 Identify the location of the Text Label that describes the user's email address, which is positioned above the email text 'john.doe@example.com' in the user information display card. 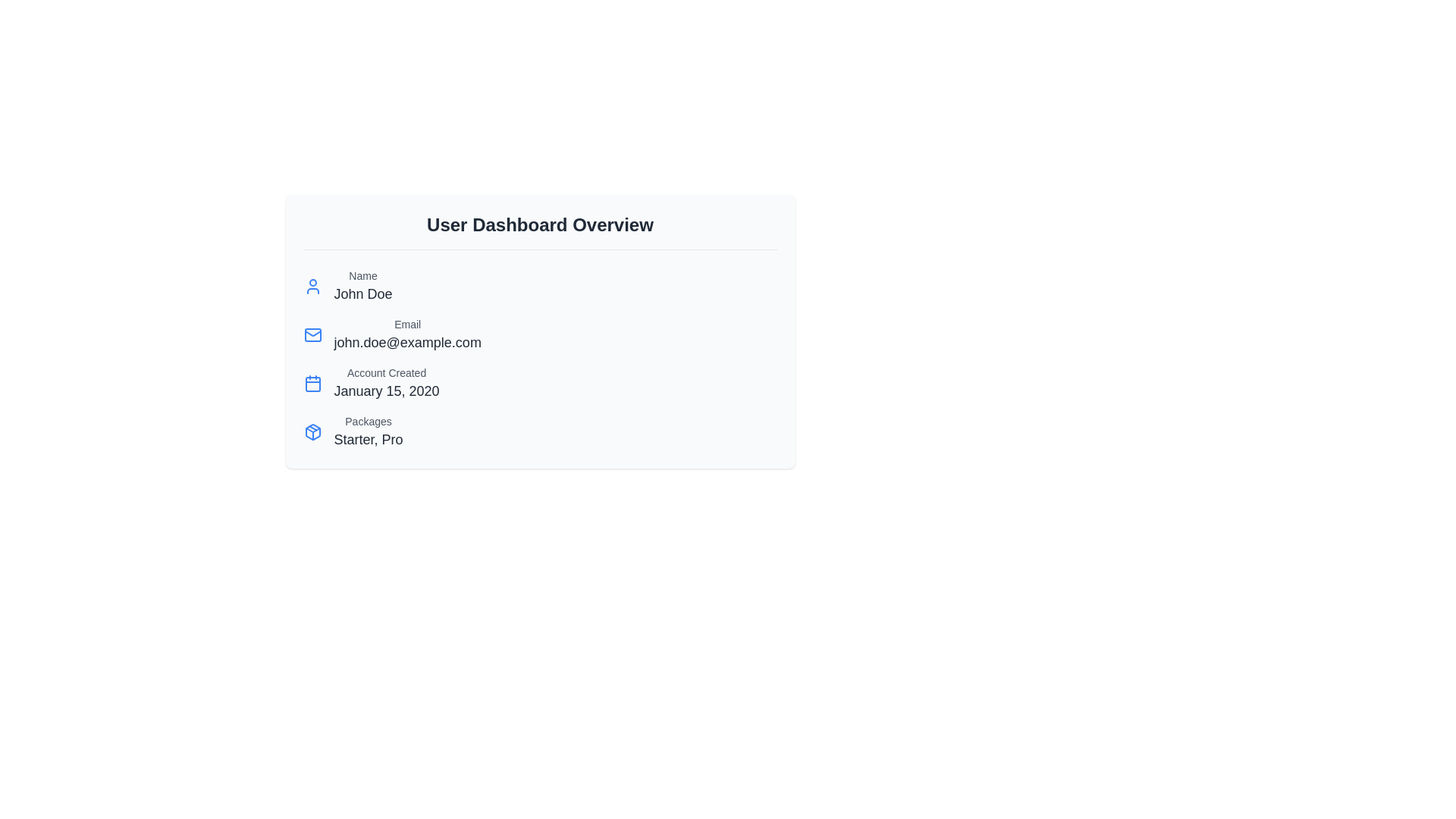
(407, 324).